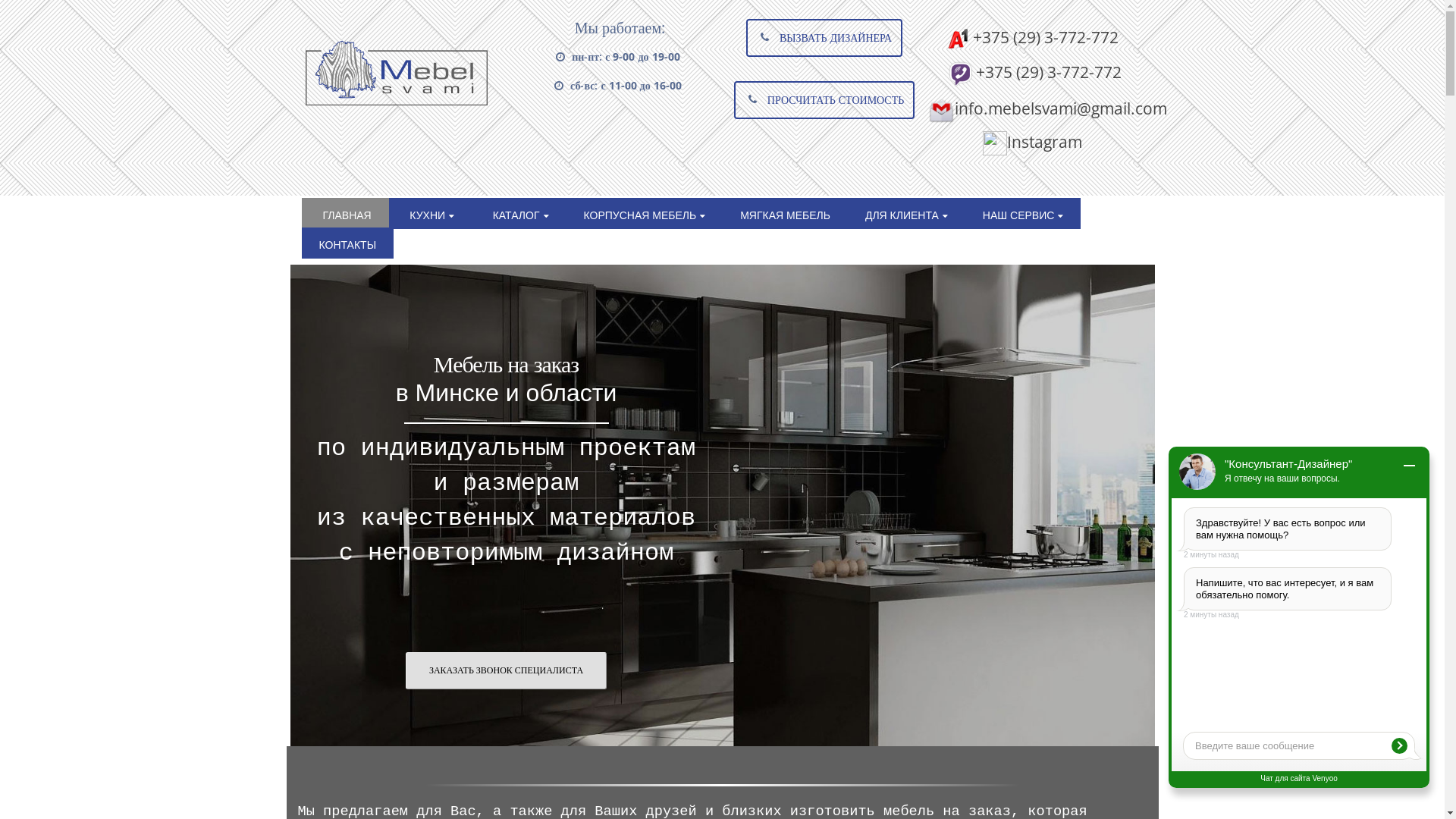 The height and width of the screenshot is (819, 1456). Describe the element at coordinates (946, 36) in the screenshot. I see `'+375 (29) 3-772-772'` at that location.